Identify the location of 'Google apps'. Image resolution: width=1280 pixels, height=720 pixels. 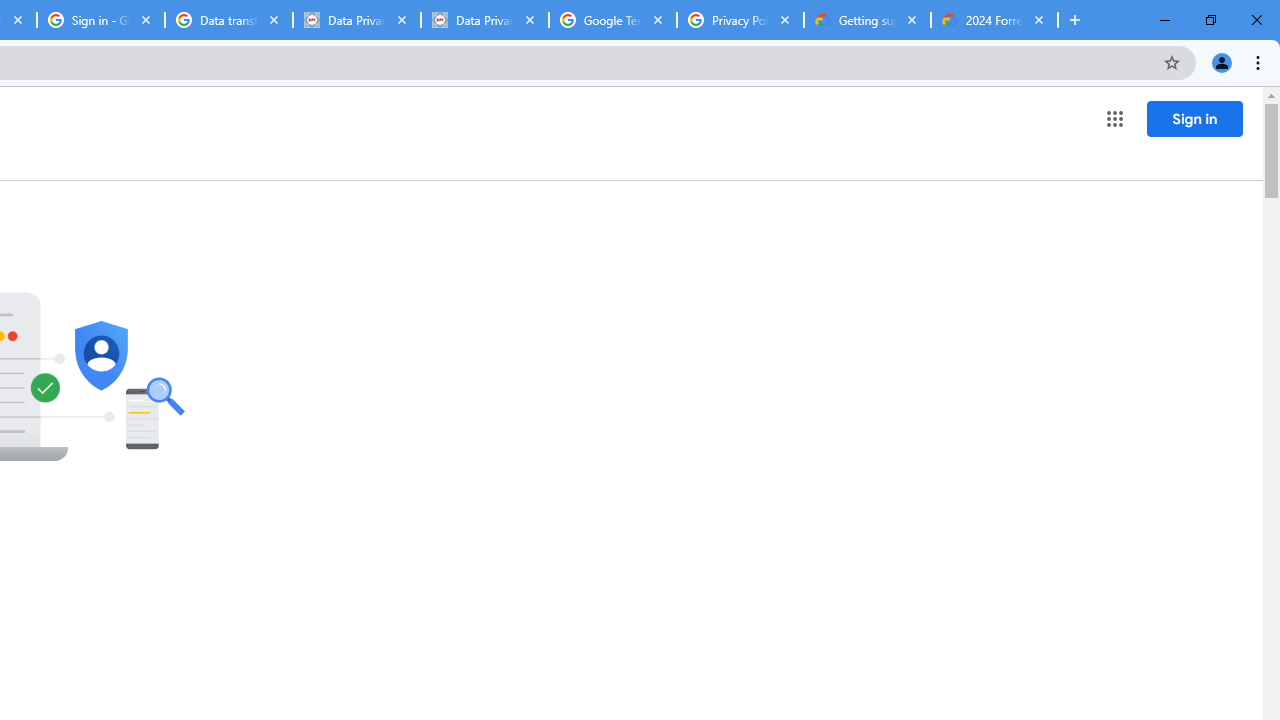
(1113, 119).